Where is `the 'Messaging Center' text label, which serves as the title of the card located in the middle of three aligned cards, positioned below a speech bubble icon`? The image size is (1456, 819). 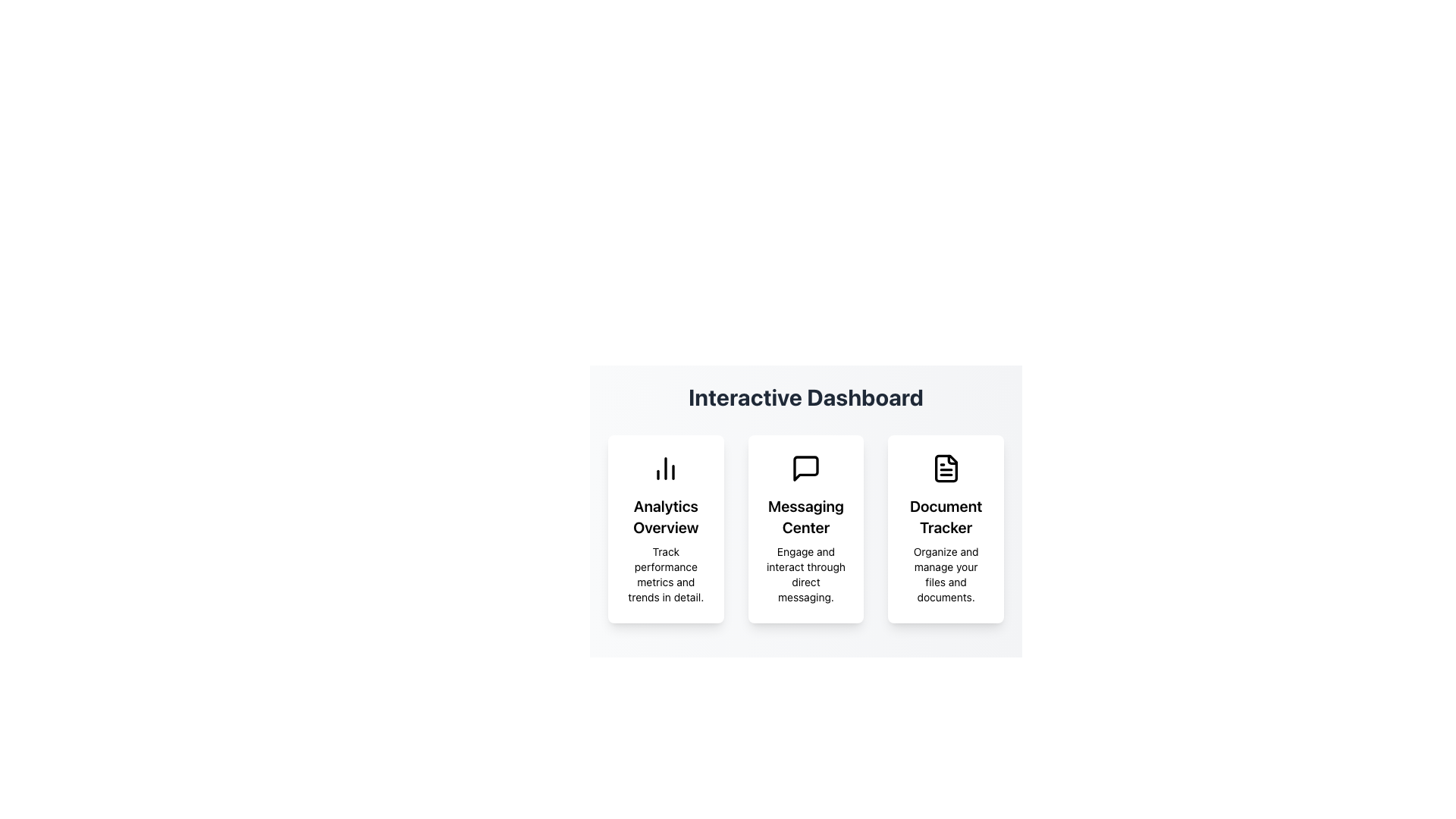
the 'Messaging Center' text label, which serves as the title of the card located in the middle of three aligned cards, positioned below a speech bubble icon is located at coordinates (805, 516).